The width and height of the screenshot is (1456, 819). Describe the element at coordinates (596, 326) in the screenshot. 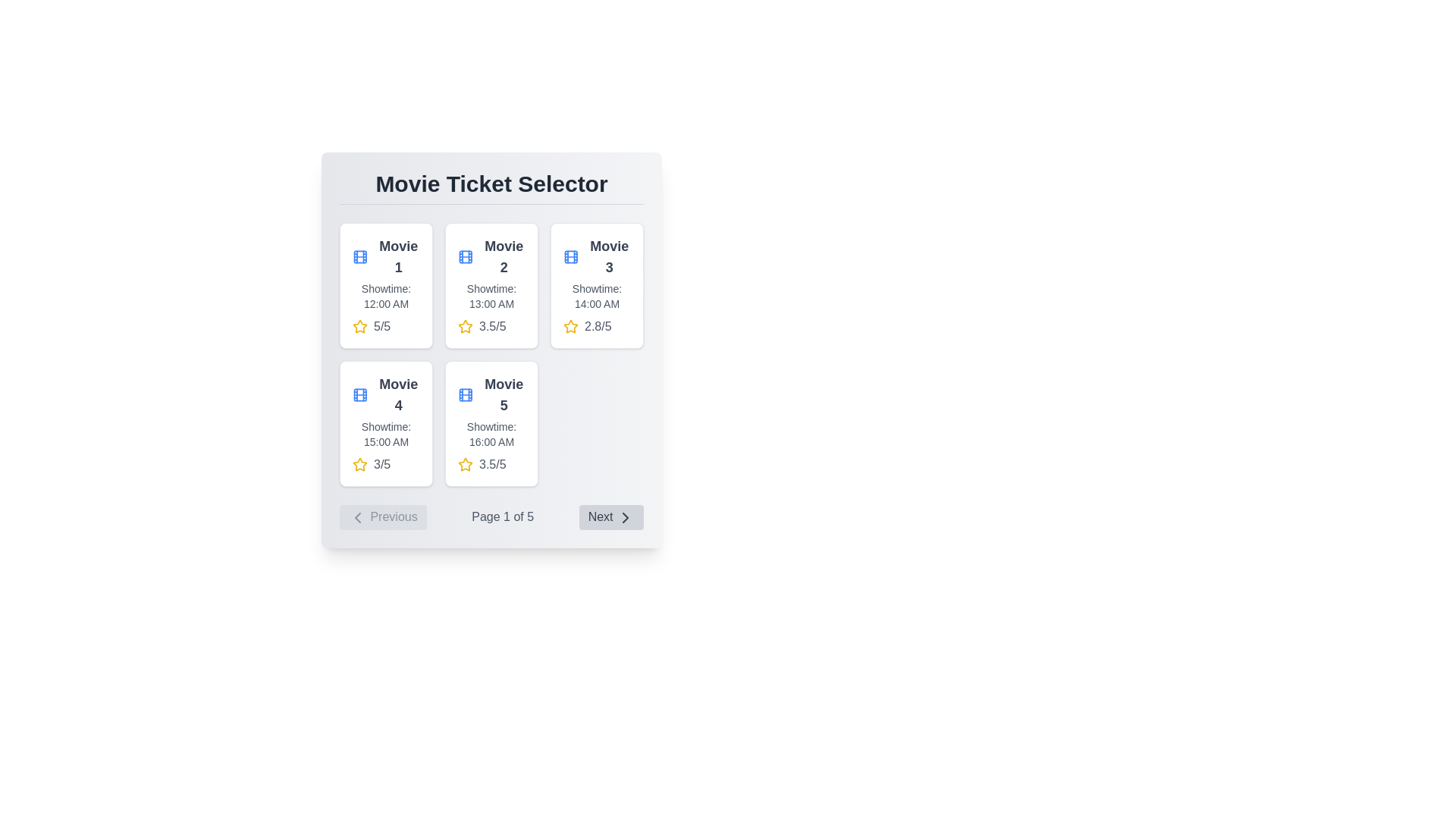

I see `the rating display for 'Movie 3', which shows a star icon and numerical rating, located below 'Showtime: 14:00 AM' in the movie card` at that location.